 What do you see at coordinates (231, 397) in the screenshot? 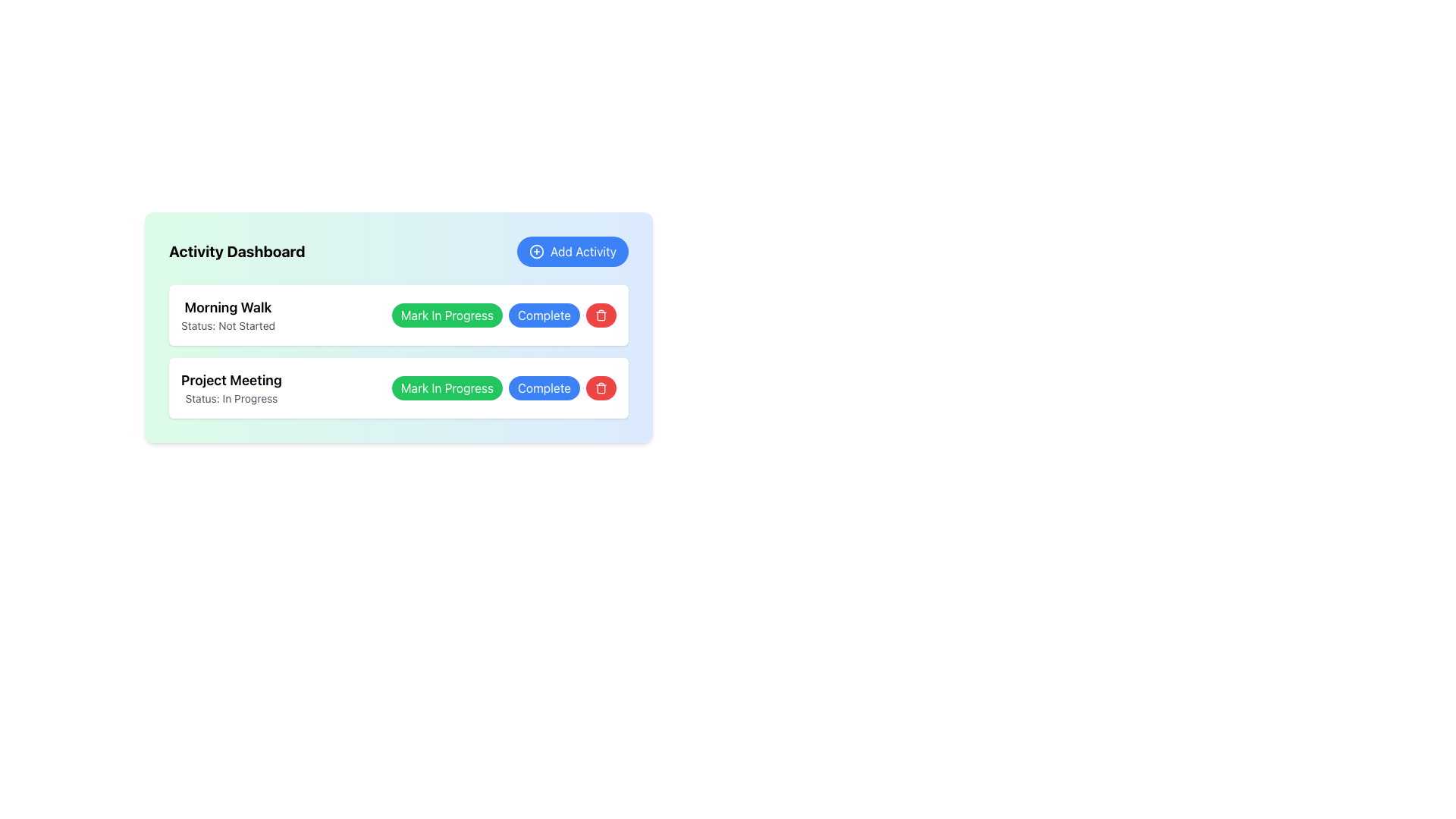
I see `status information displayed as 'In Progress' below the 'Project Meeting' text in the Activity Dashboard interface` at bounding box center [231, 397].